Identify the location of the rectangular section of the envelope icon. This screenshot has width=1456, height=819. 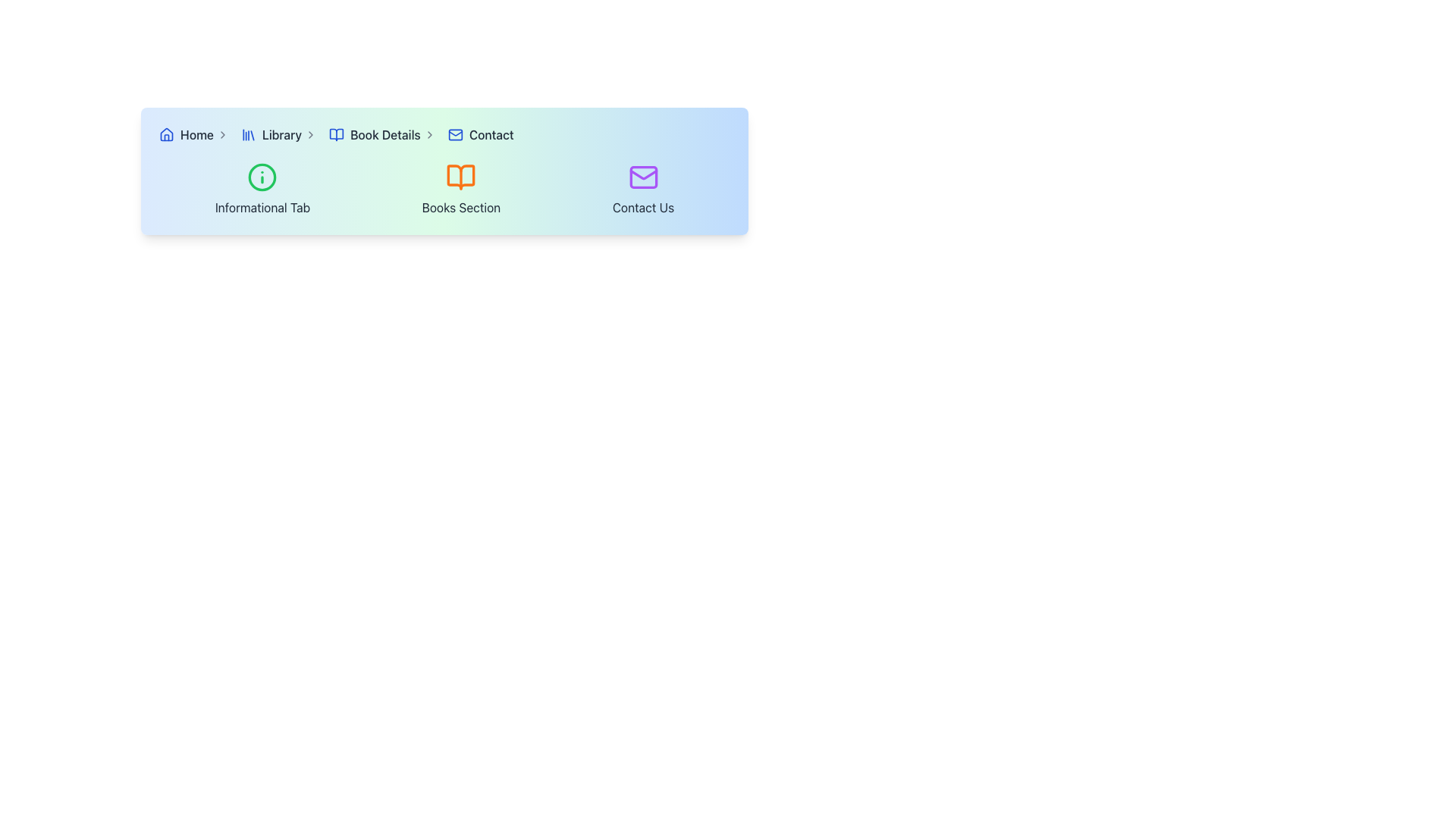
(643, 177).